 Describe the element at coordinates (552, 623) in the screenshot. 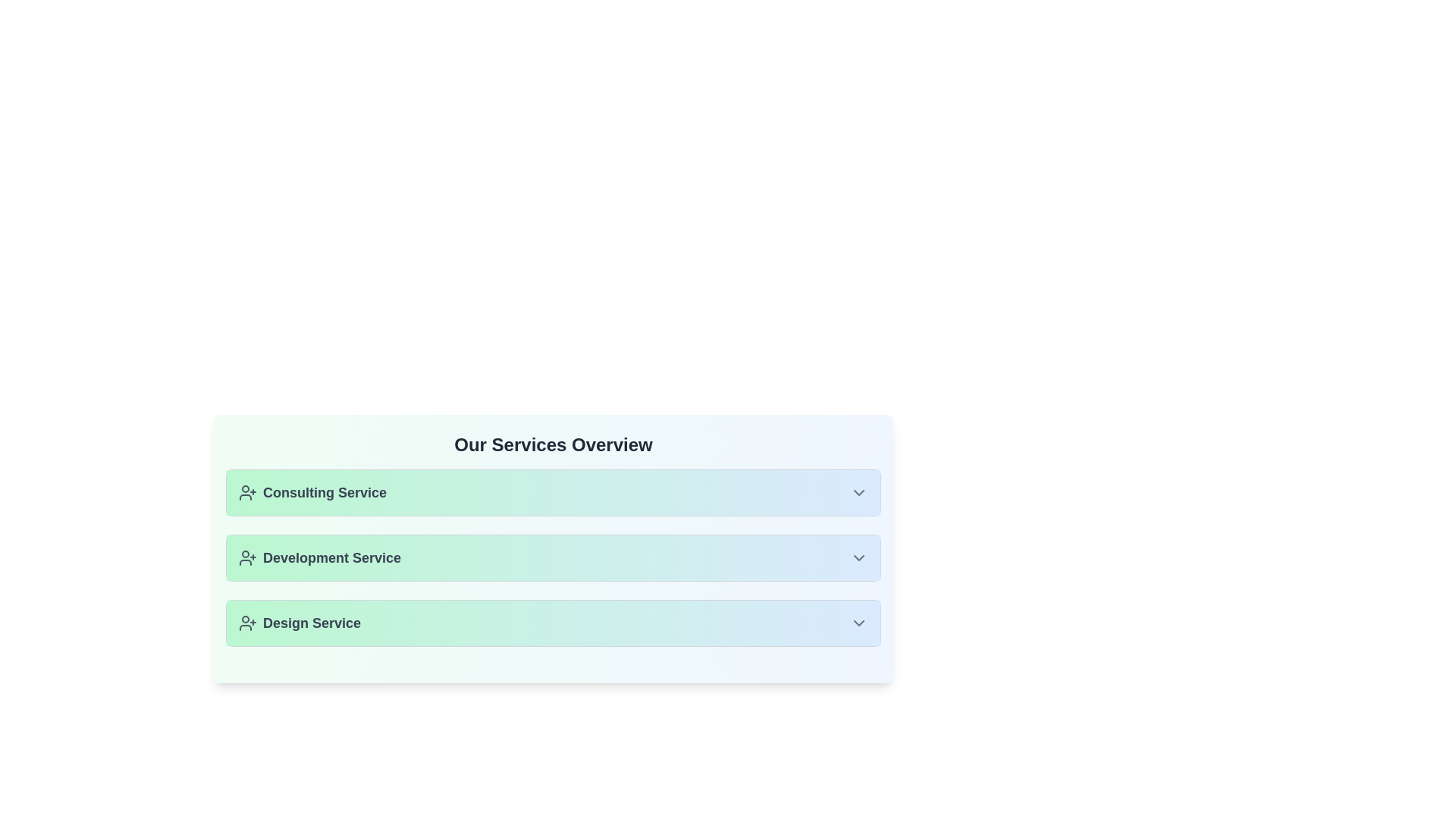

I see `the button that represents the selectable item for 'Design Service'` at that location.